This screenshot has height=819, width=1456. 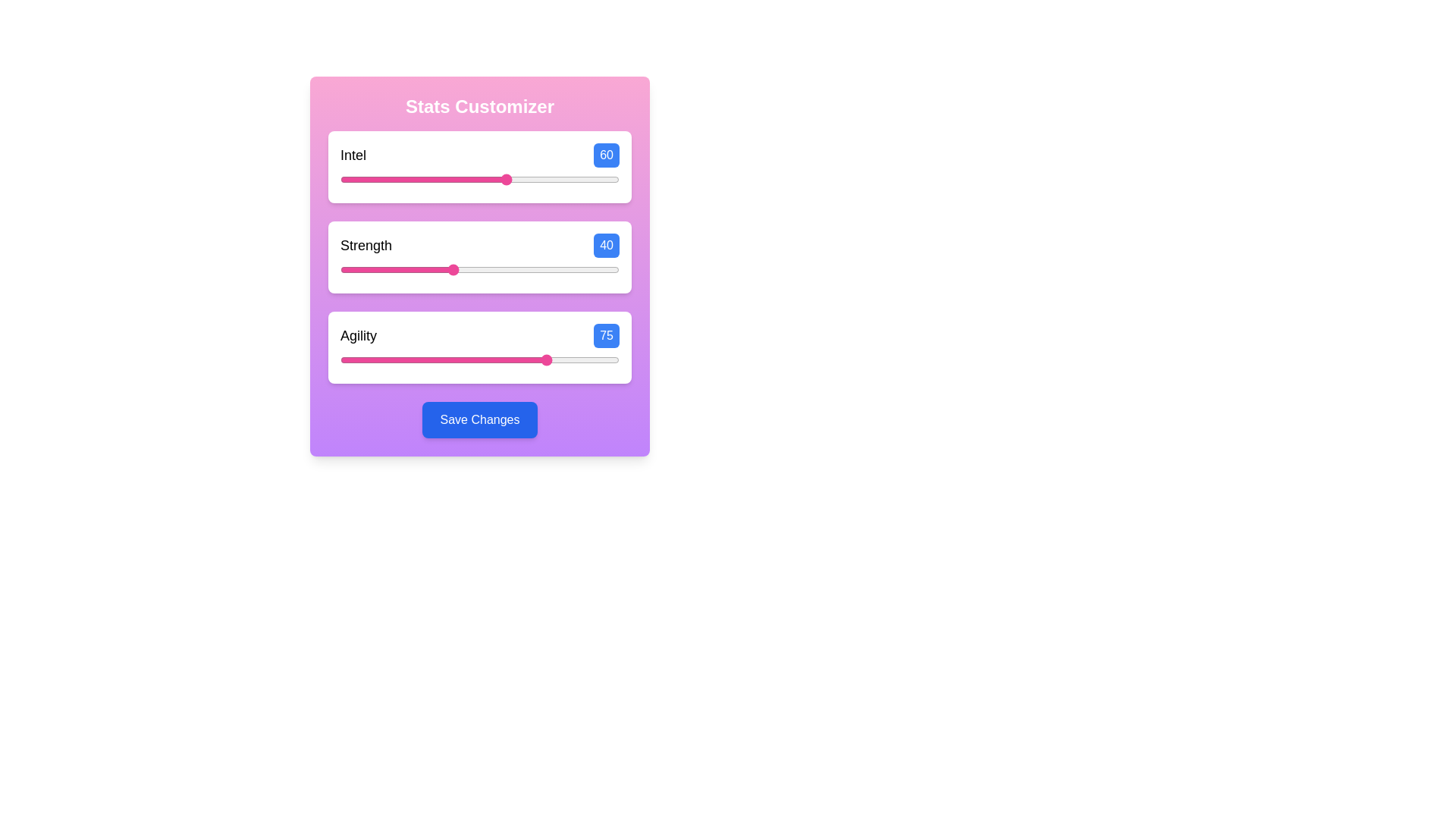 I want to click on the intelligence attribute, so click(x=404, y=178).